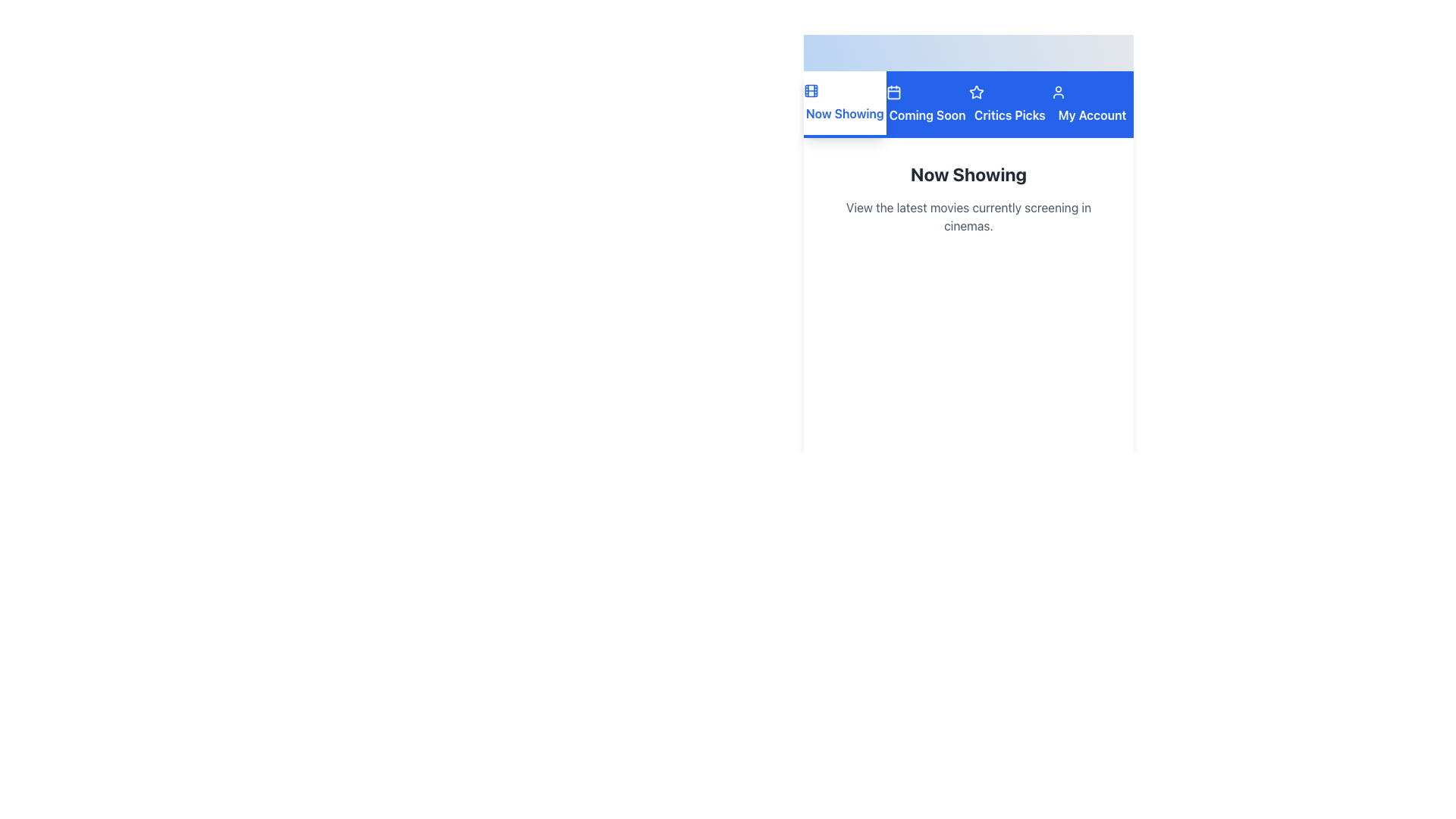 The height and width of the screenshot is (819, 1456). I want to click on the 'Critics Picks' button which contains a star-shaped icon with a hollow outline, so click(976, 93).